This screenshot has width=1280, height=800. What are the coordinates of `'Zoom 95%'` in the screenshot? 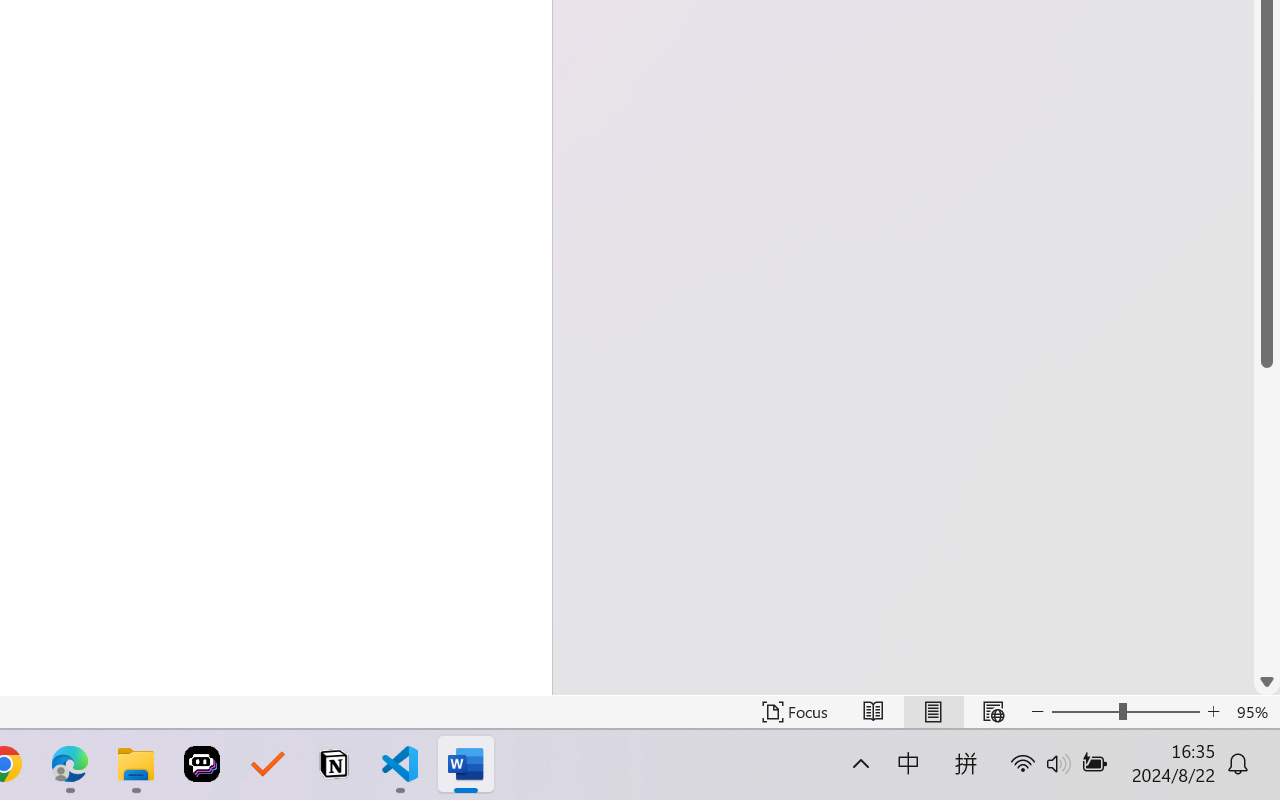 It's located at (1252, 711).